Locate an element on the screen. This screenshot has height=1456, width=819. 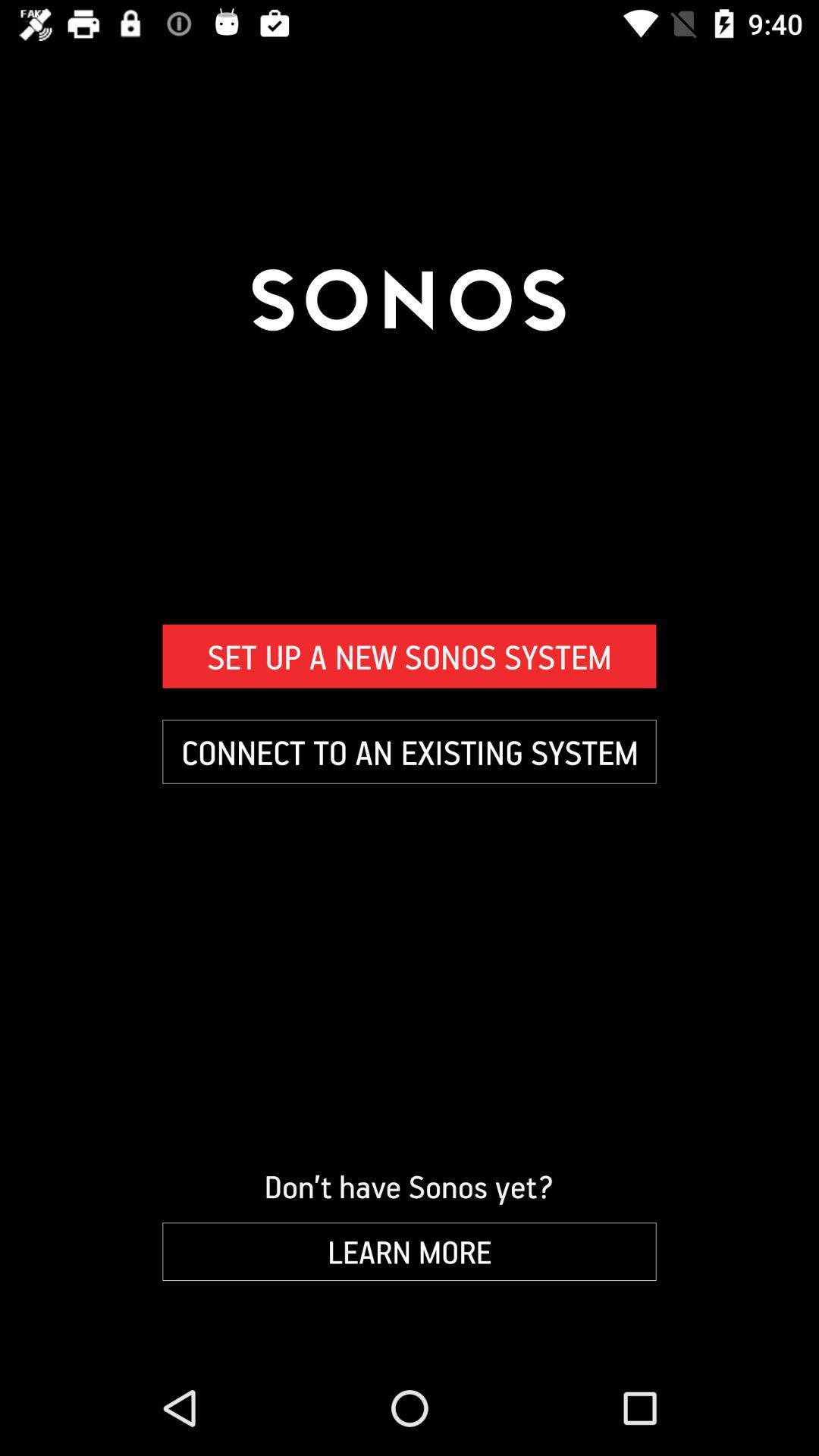
connect to an item is located at coordinates (409, 752).